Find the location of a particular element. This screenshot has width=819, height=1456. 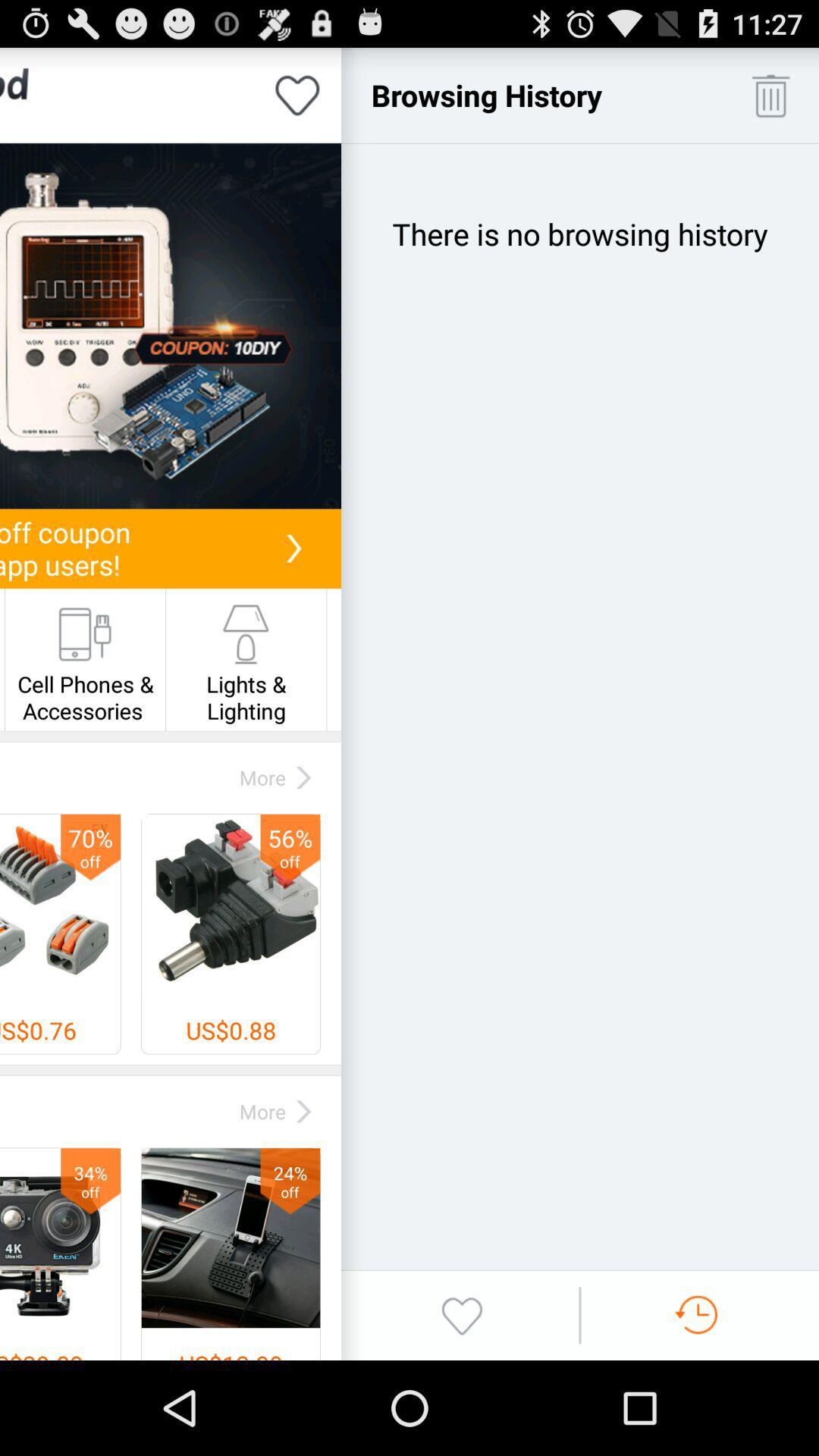

delete the current page is located at coordinates (770, 94).